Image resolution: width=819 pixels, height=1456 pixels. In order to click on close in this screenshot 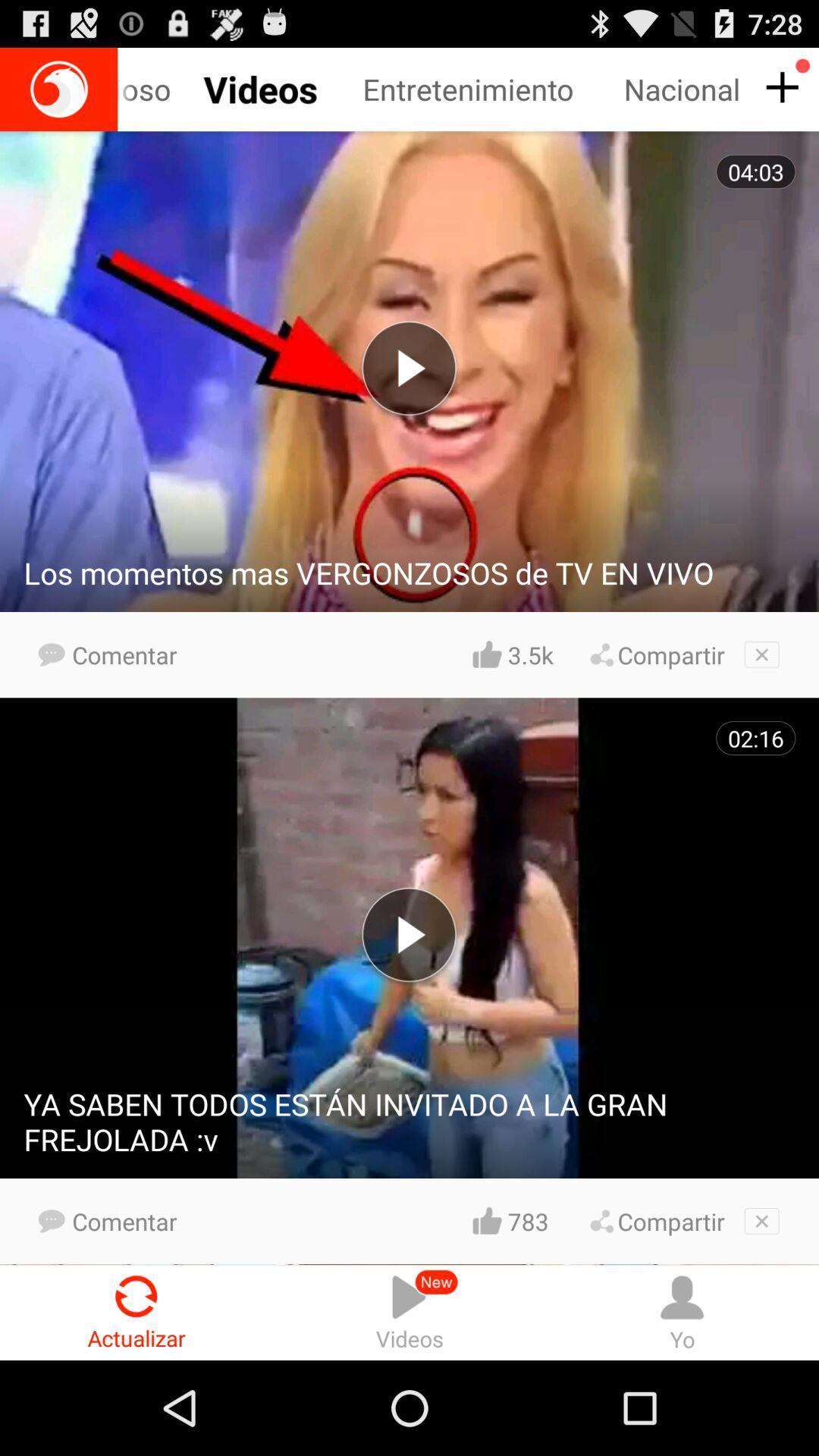, I will do `click(761, 654)`.